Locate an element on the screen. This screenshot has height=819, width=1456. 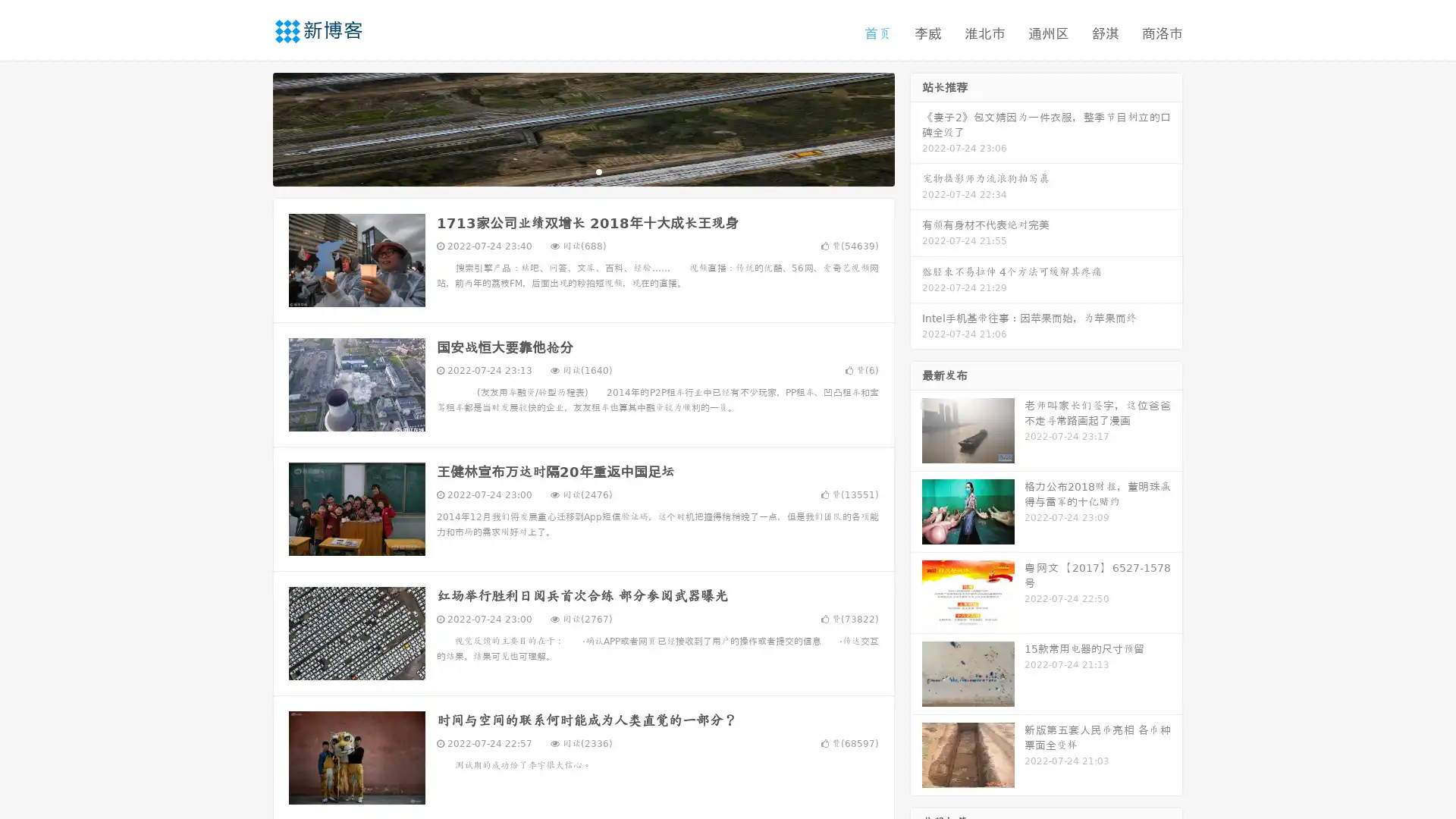
Go to slide 3 is located at coordinates (598, 171).